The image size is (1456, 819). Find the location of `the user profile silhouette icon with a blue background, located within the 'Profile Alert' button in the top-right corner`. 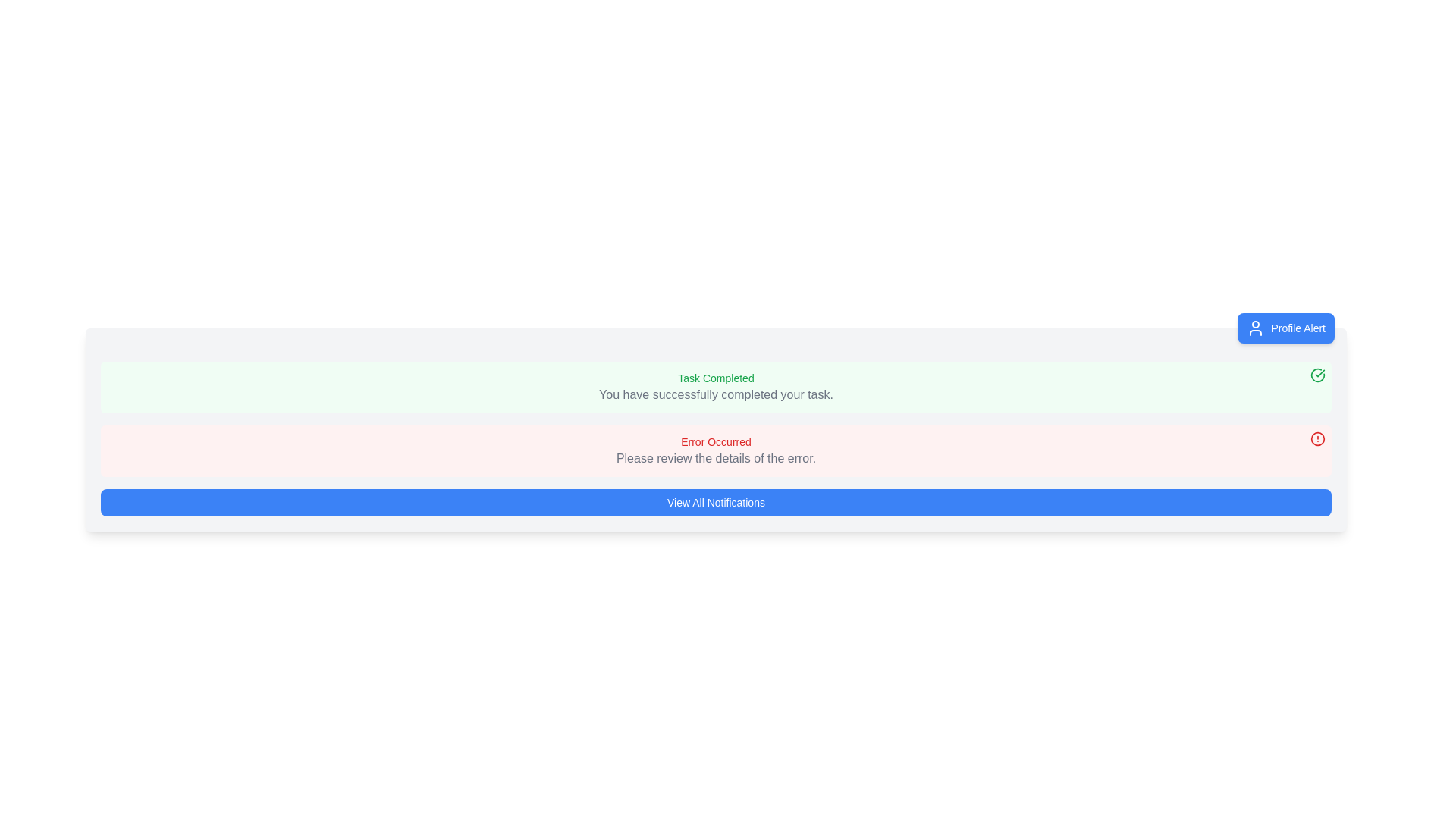

the user profile silhouette icon with a blue background, located within the 'Profile Alert' button in the top-right corner is located at coordinates (1256, 327).